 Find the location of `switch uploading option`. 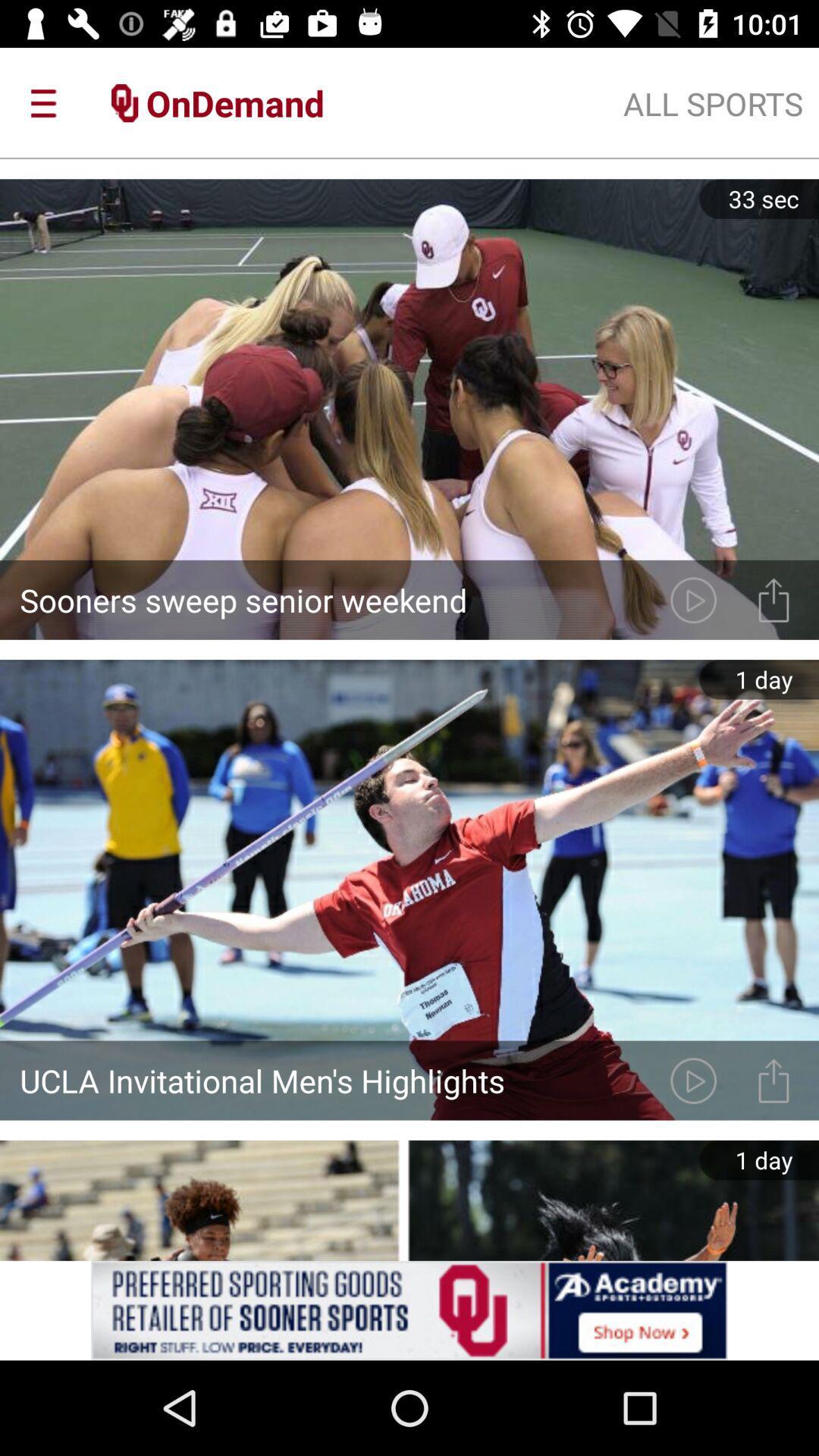

switch uploading option is located at coordinates (773, 1080).